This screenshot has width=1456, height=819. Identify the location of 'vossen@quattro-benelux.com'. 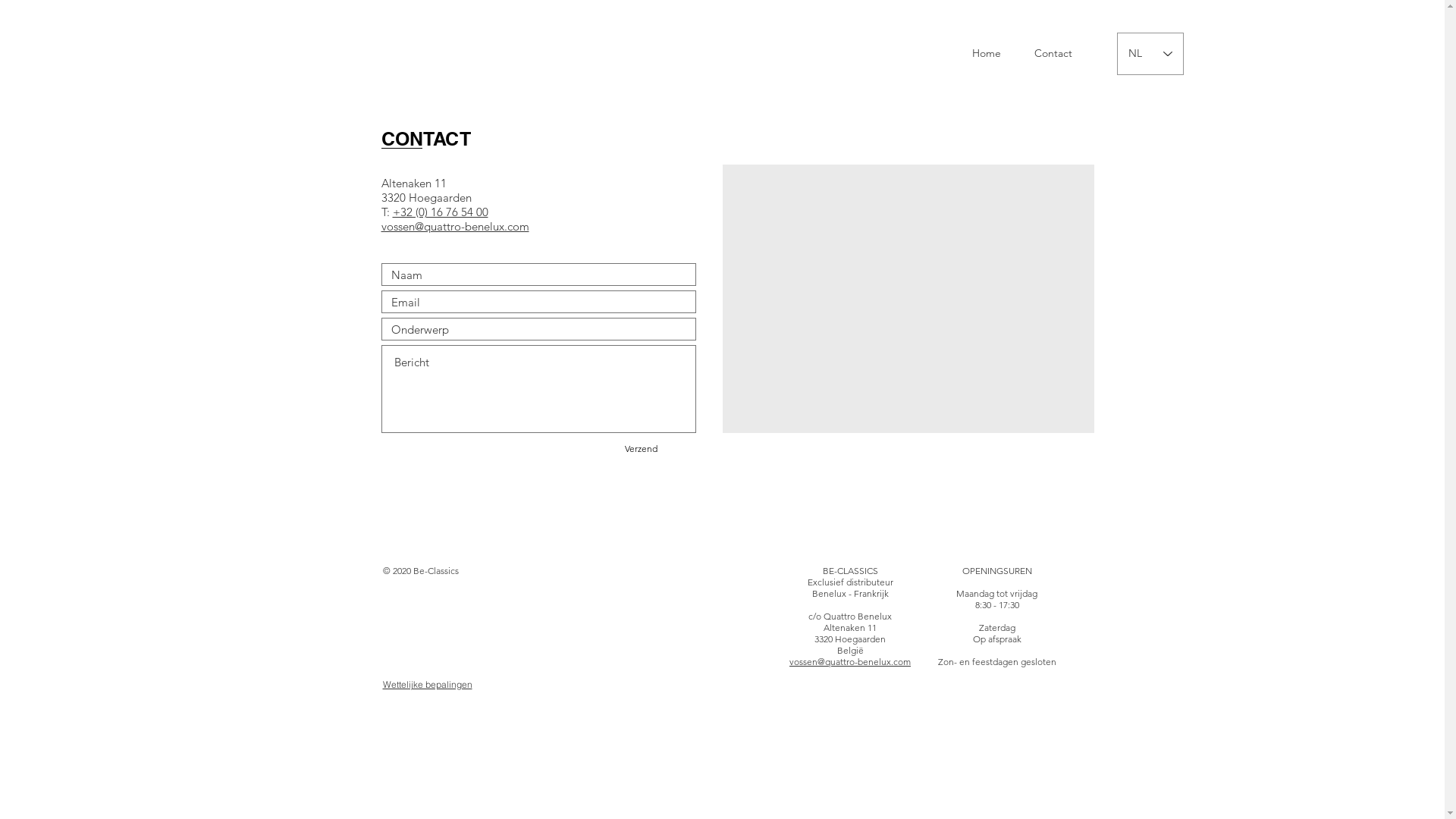
(850, 661).